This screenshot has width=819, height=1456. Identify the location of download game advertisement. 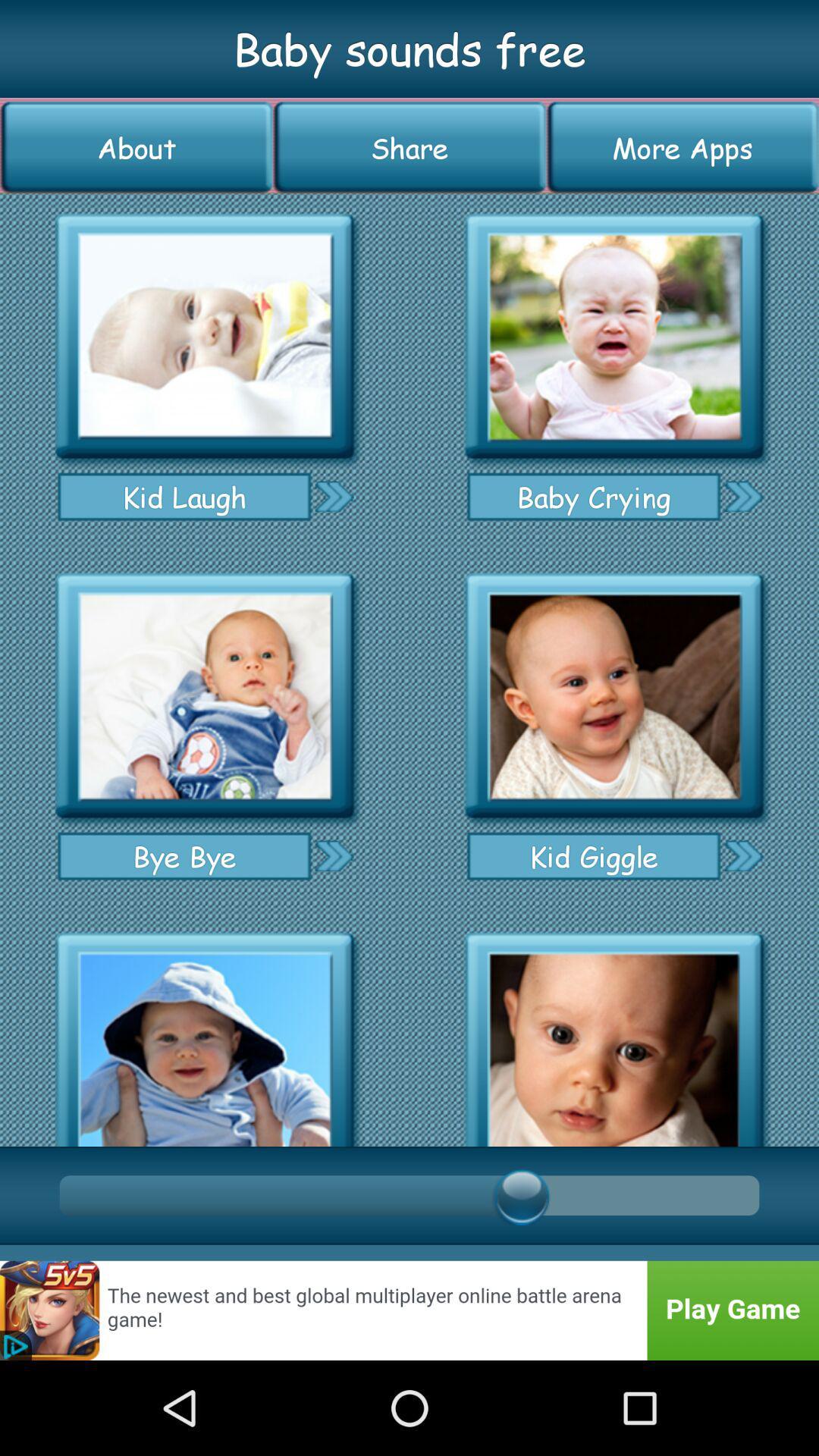
(409, 1310).